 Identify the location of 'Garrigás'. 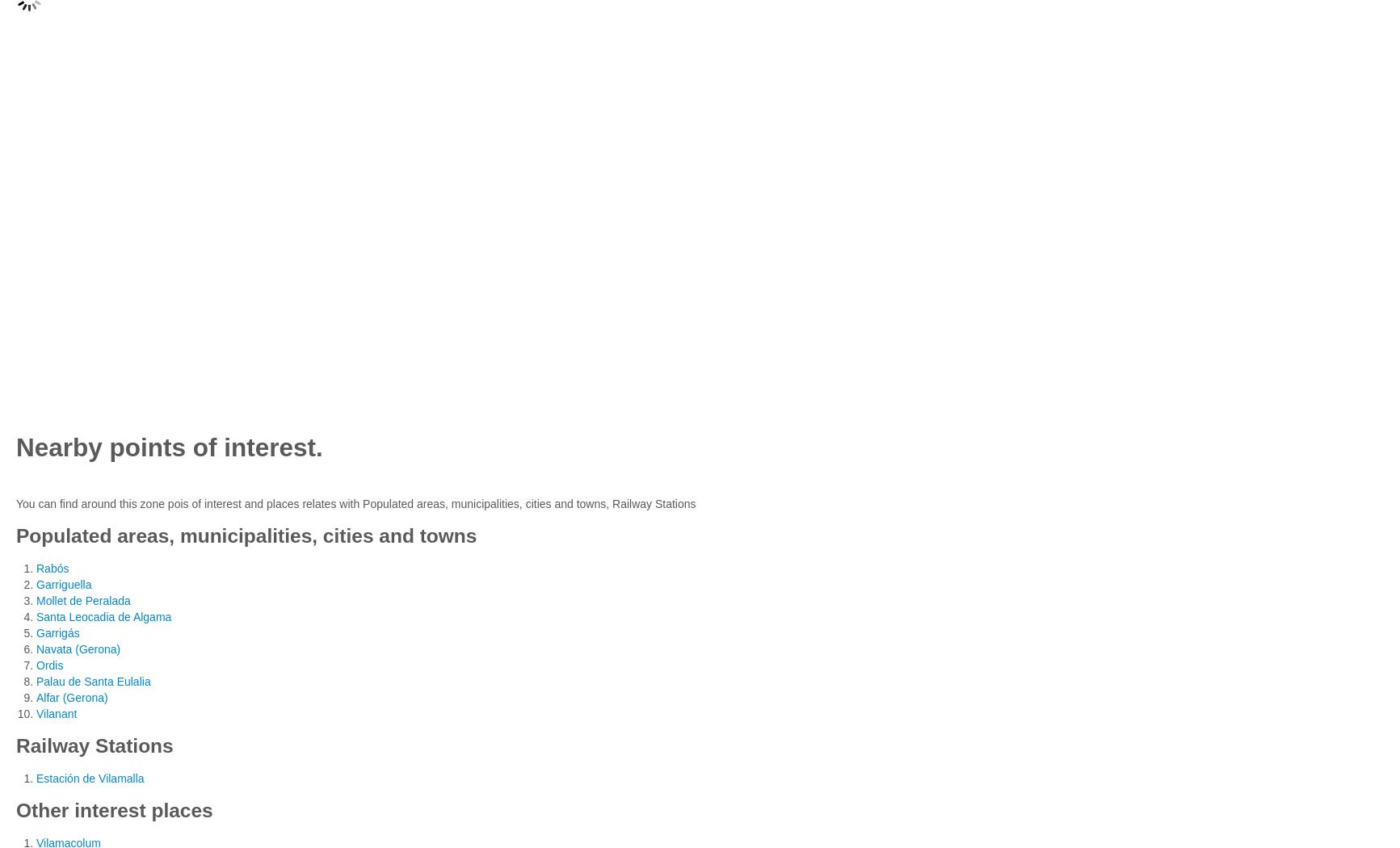
(57, 632).